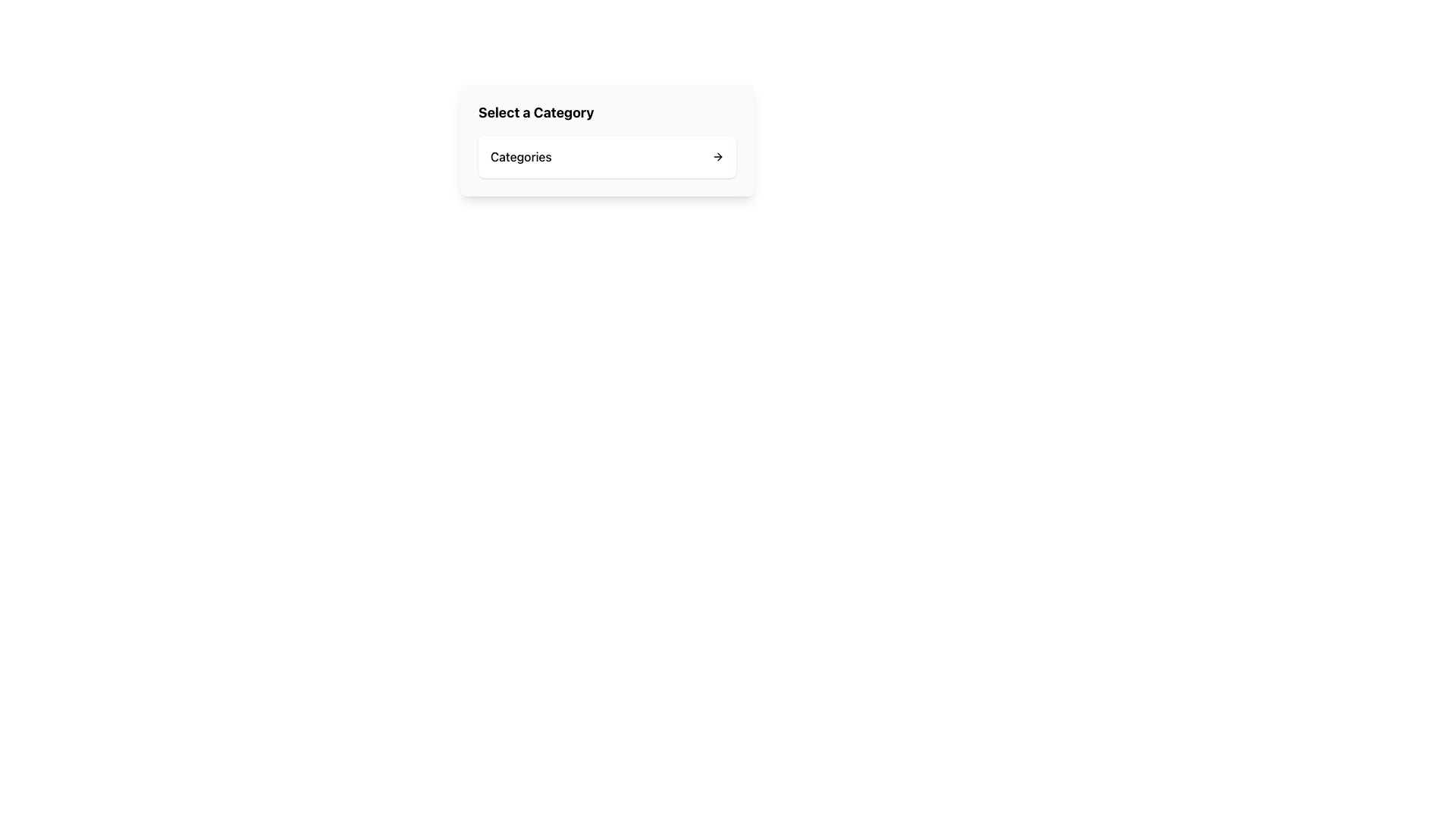 This screenshot has width=1456, height=819. Describe the element at coordinates (719, 157) in the screenshot. I see `the right-pointing arrow graphic element located to the right of the 'Categories' text in the dropdown component` at that location.